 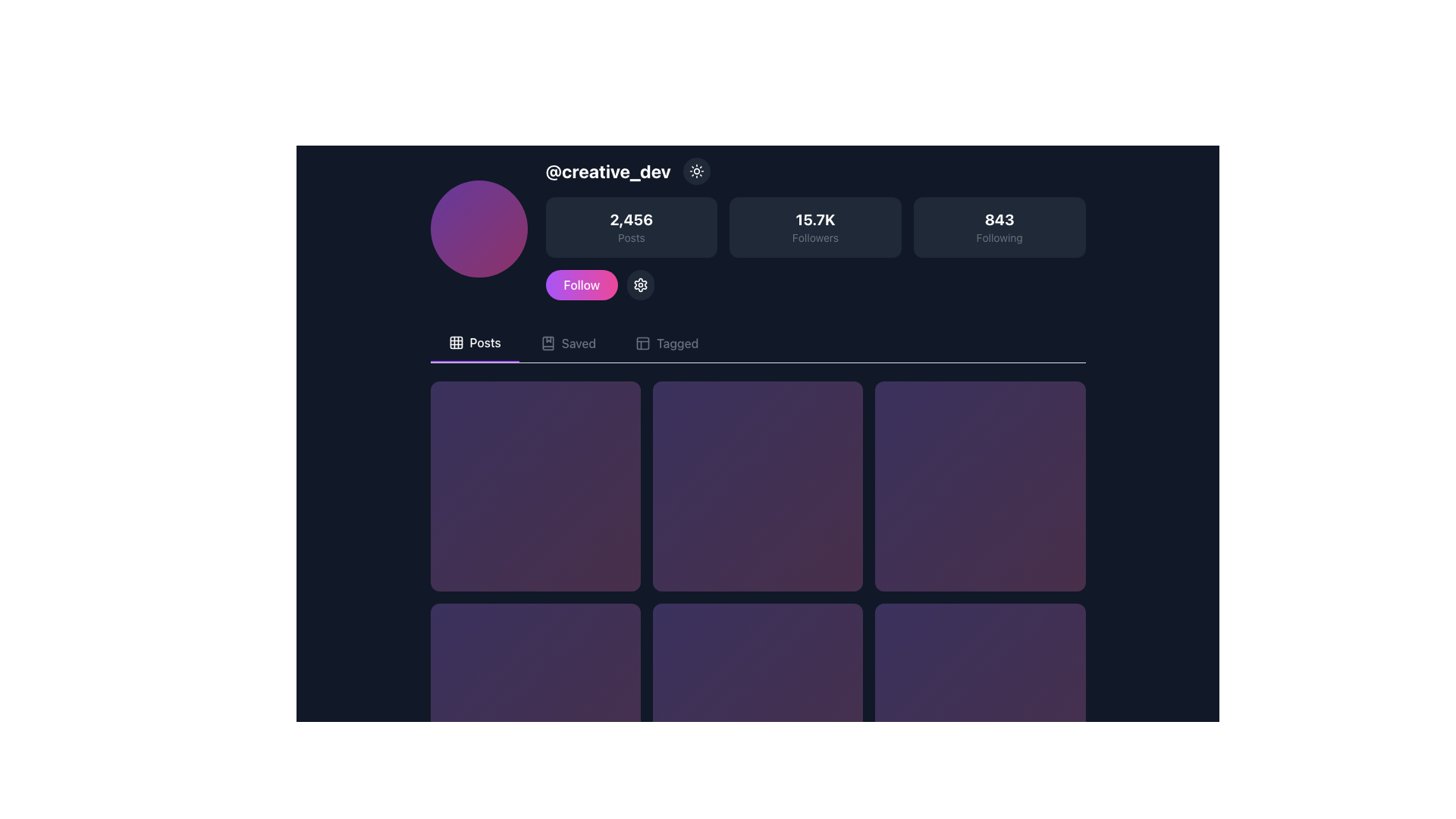 I want to click on label indicating the count of followed accounts, which is displayed below the number '843' in the horizontal layout, so click(x=999, y=237).